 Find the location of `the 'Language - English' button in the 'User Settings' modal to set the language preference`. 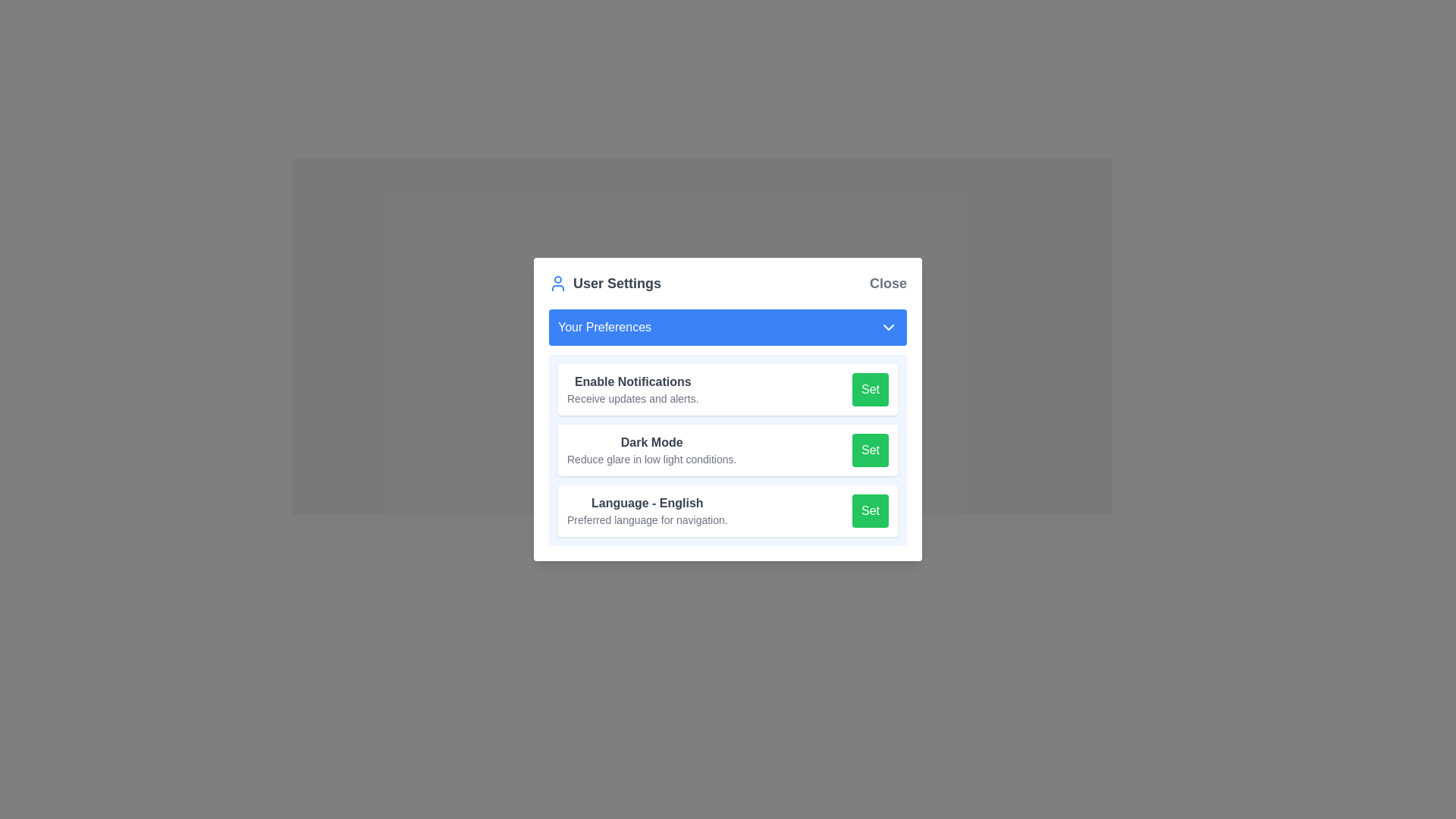

the 'Language - English' button in the 'User Settings' modal to set the language preference is located at coordinates (870, 511).